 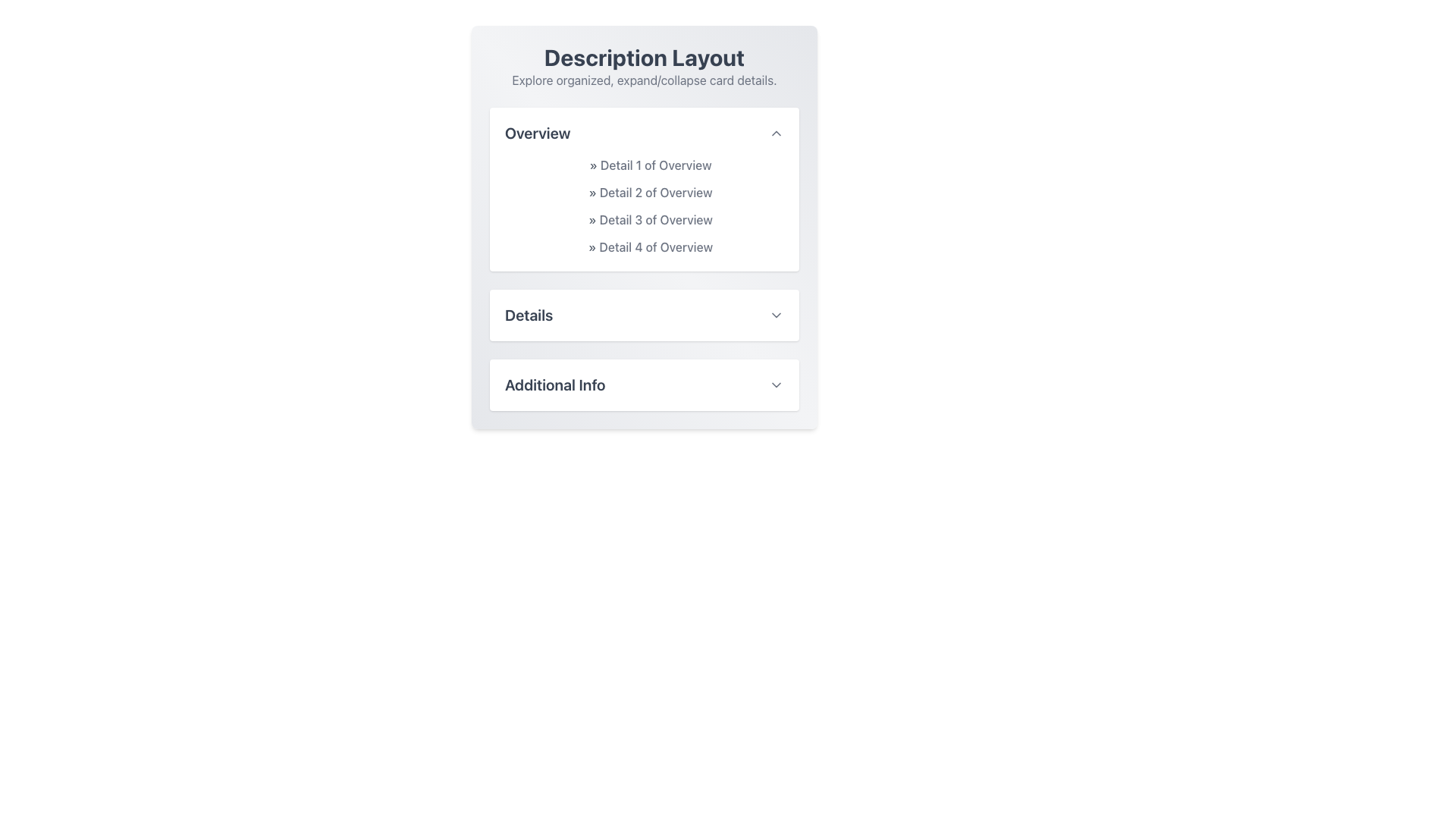 What do you see at coordinates (538, 133) in the screenshot?
I see `the 'Overview' Text Label, which serves as a header for the section in the 'Description Layout' panel, located at the coordinates provided` at bounding box center [538, 133].